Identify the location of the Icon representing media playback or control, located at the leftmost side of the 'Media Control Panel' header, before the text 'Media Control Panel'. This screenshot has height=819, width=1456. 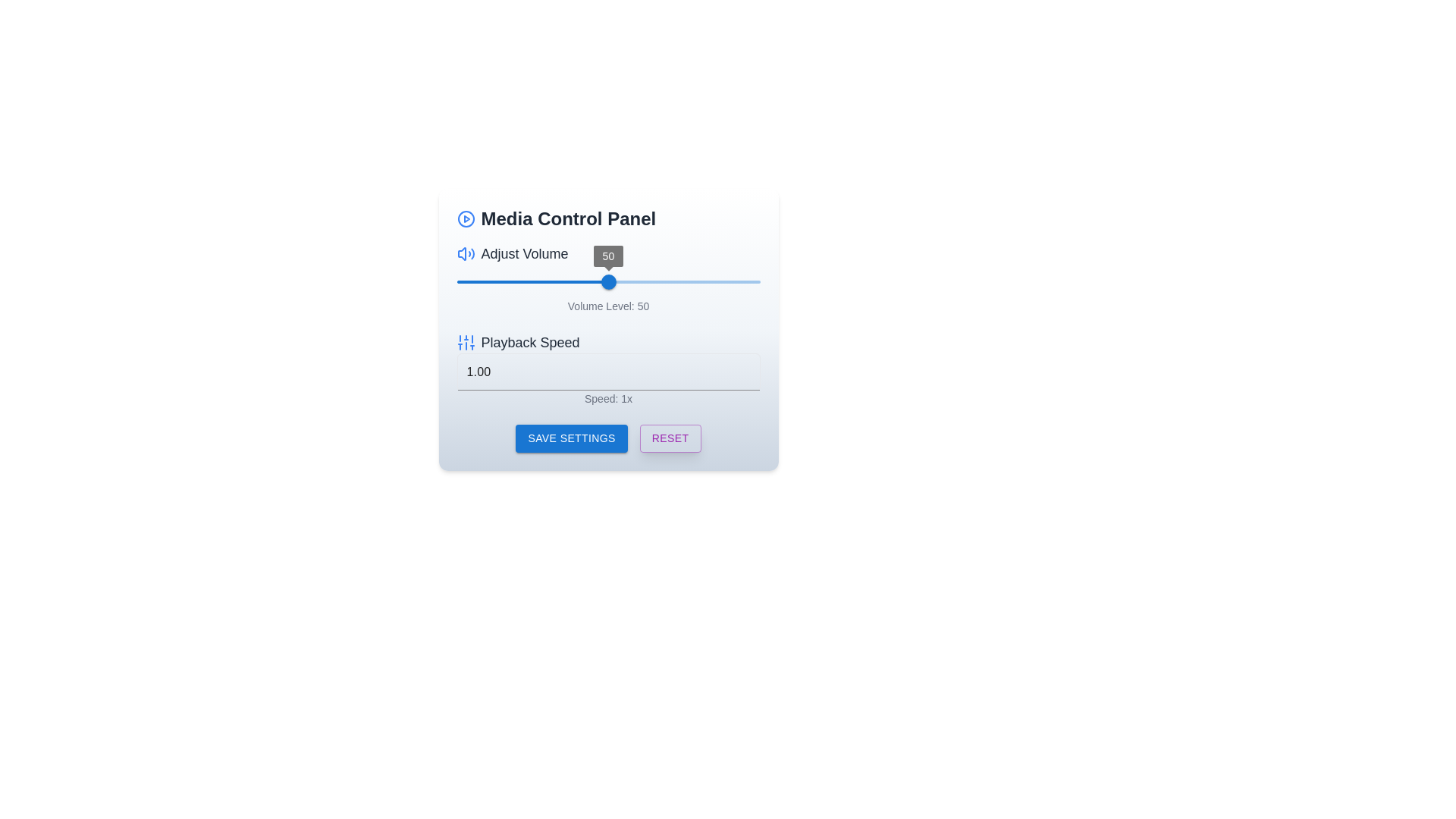
(465, 219).